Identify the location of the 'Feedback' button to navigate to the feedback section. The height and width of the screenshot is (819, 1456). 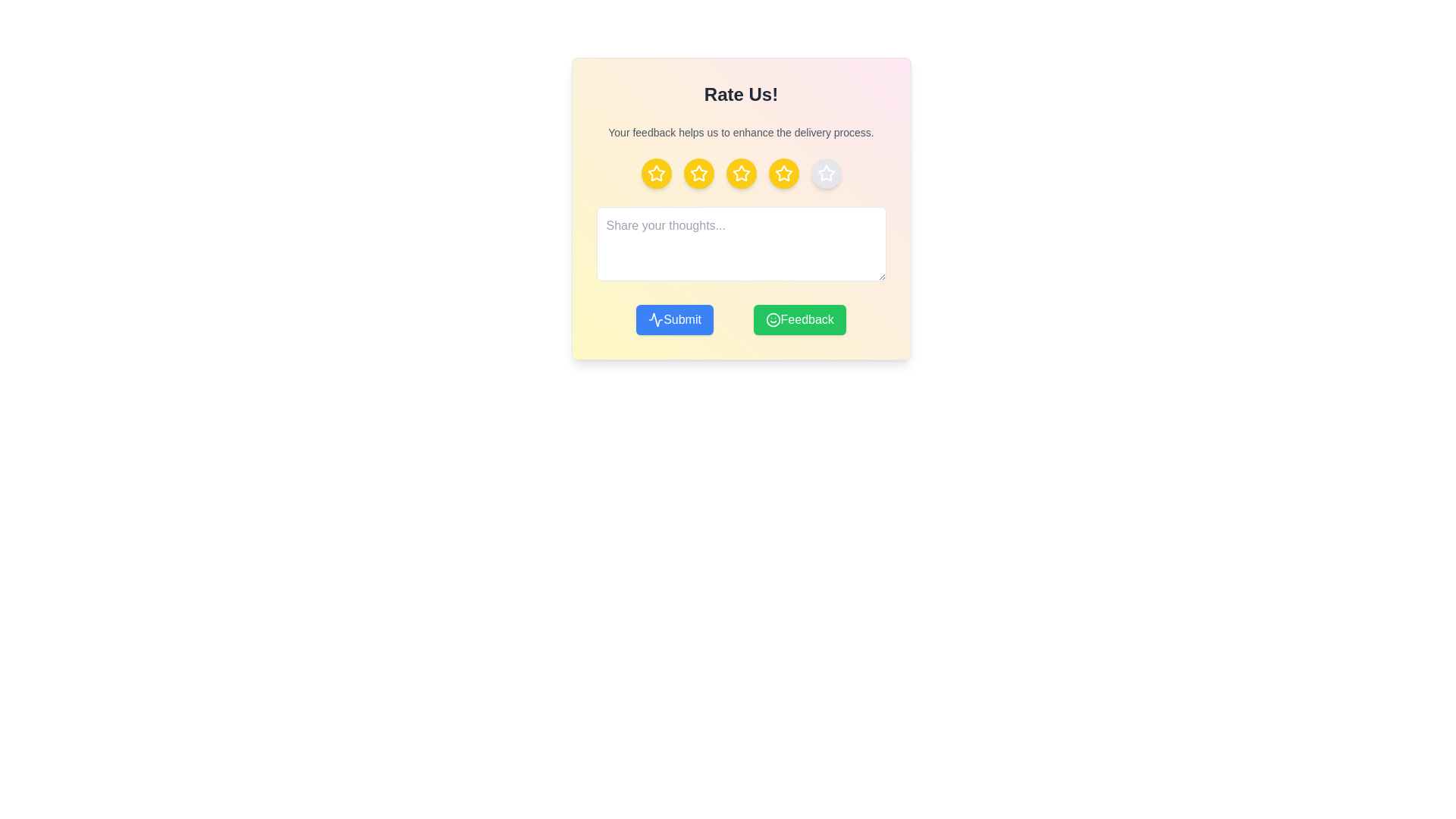
(799, 318).